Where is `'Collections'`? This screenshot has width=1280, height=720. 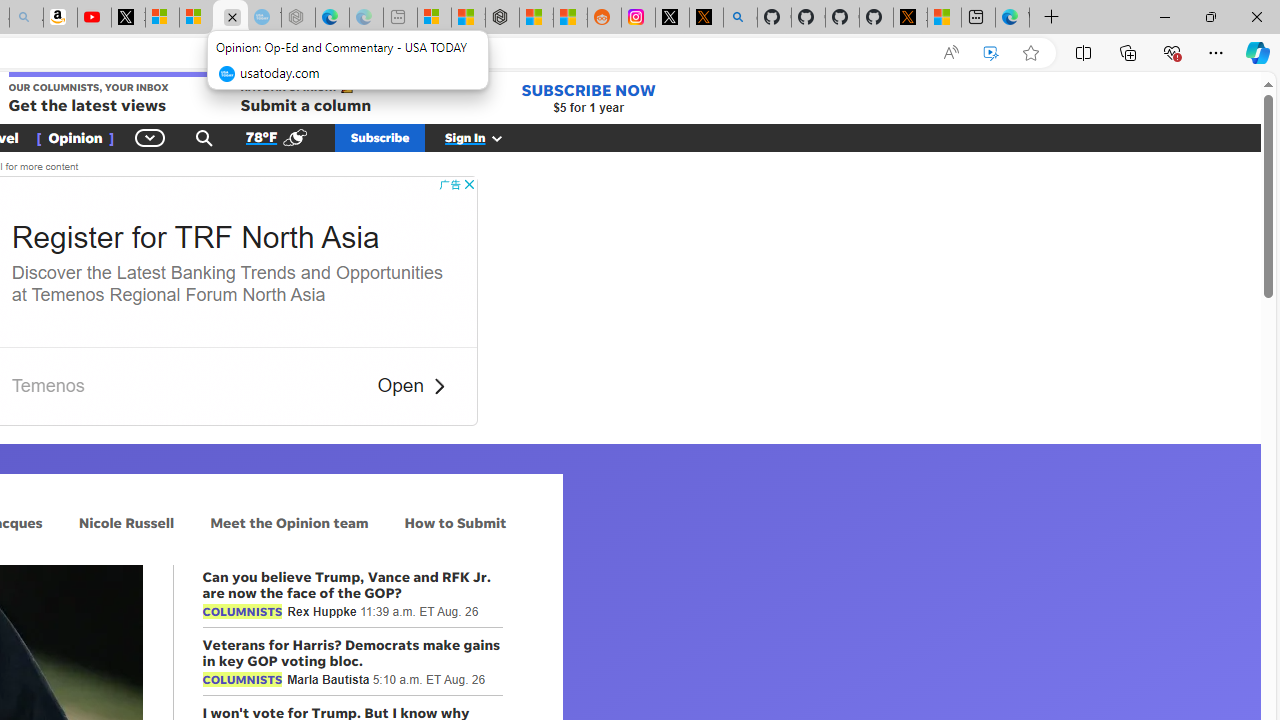 'Collections' is located at coordinates (1128, 51).